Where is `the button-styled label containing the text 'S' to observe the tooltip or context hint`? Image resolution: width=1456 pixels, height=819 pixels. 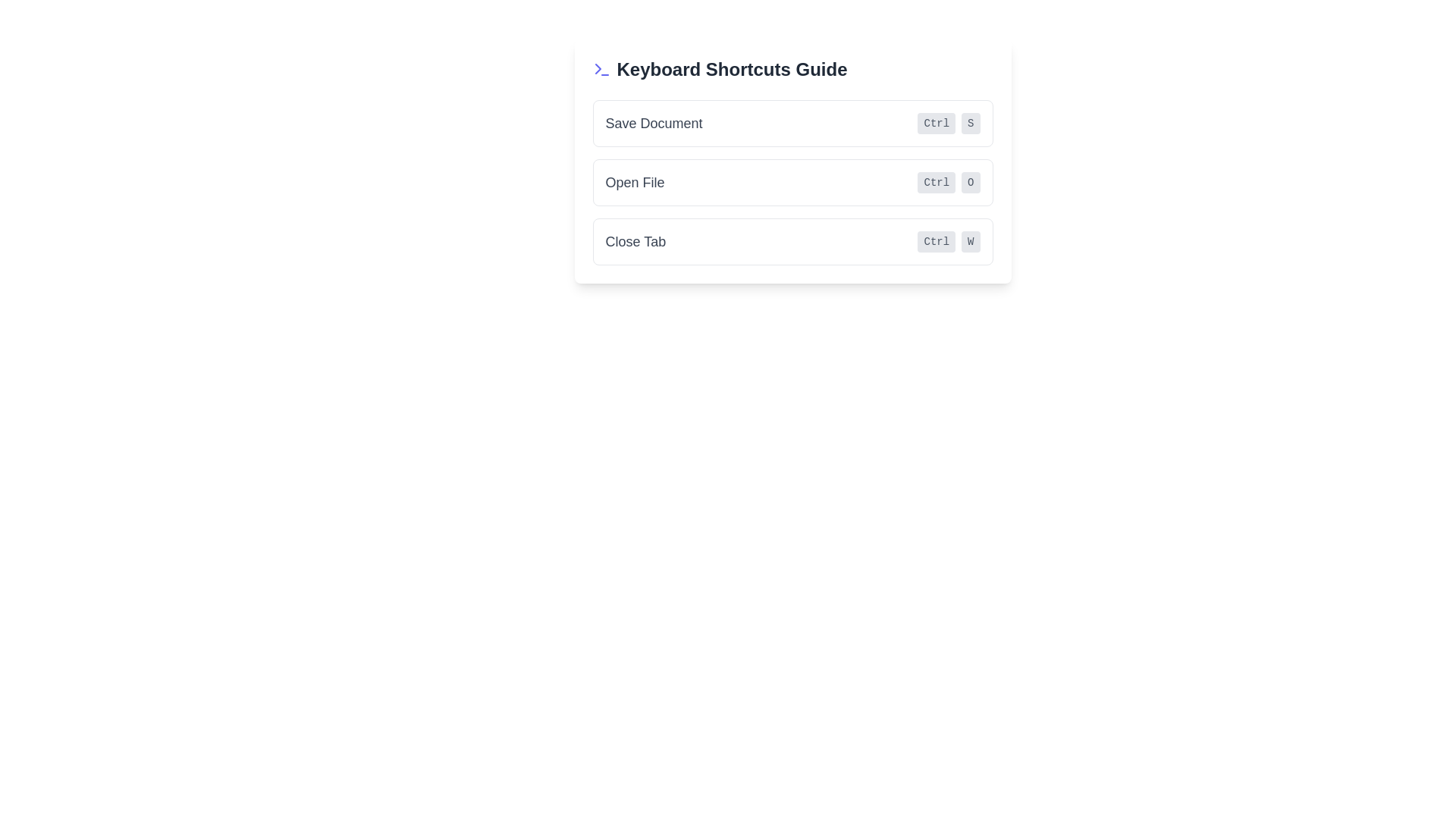
the button-styled label containing the text 'S' to observe the tooltip or context hint is located at coordinates (971, 122).